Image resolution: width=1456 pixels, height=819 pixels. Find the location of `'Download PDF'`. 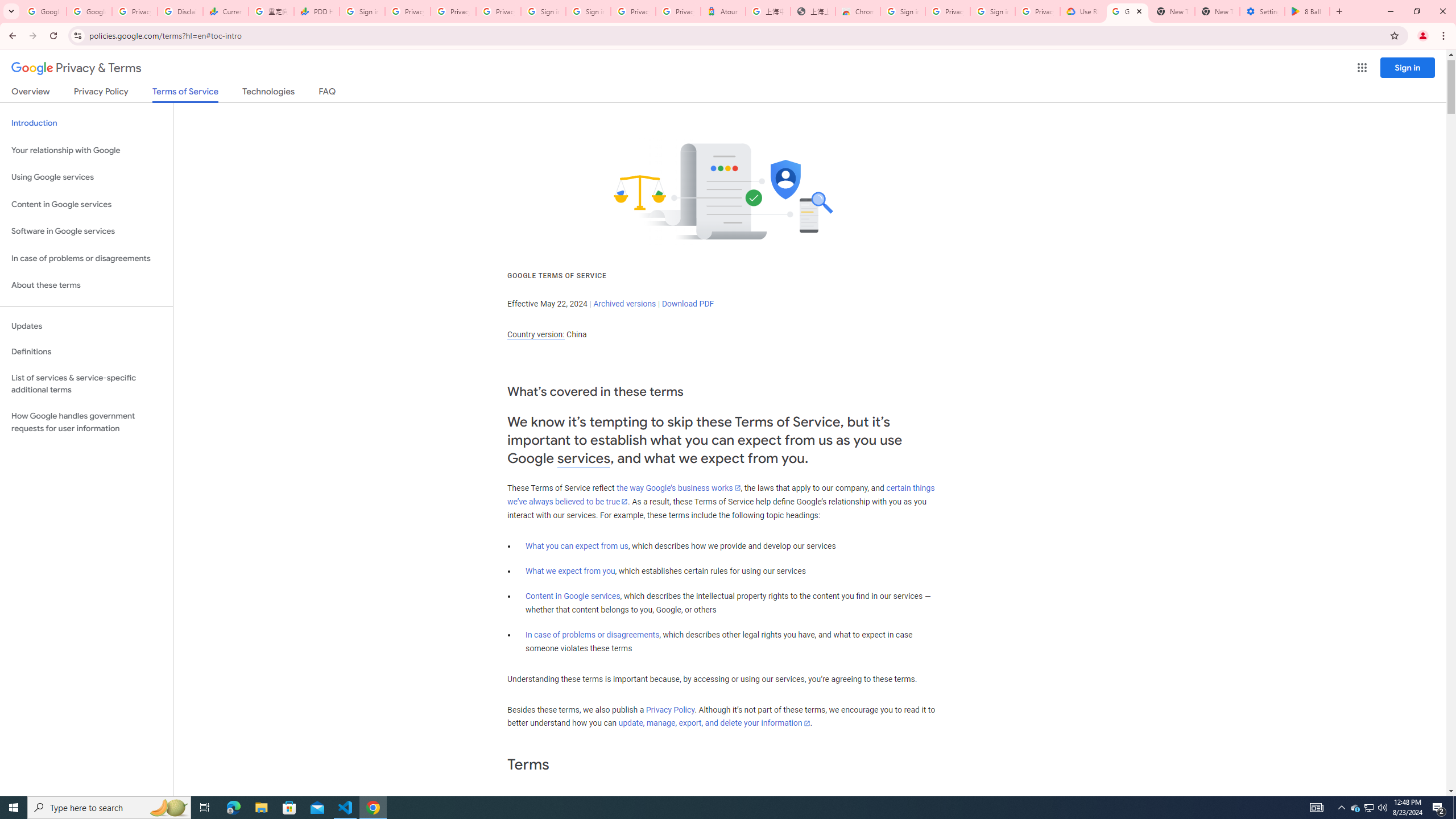

'Download PDF' is located at coordinates (687, 303).